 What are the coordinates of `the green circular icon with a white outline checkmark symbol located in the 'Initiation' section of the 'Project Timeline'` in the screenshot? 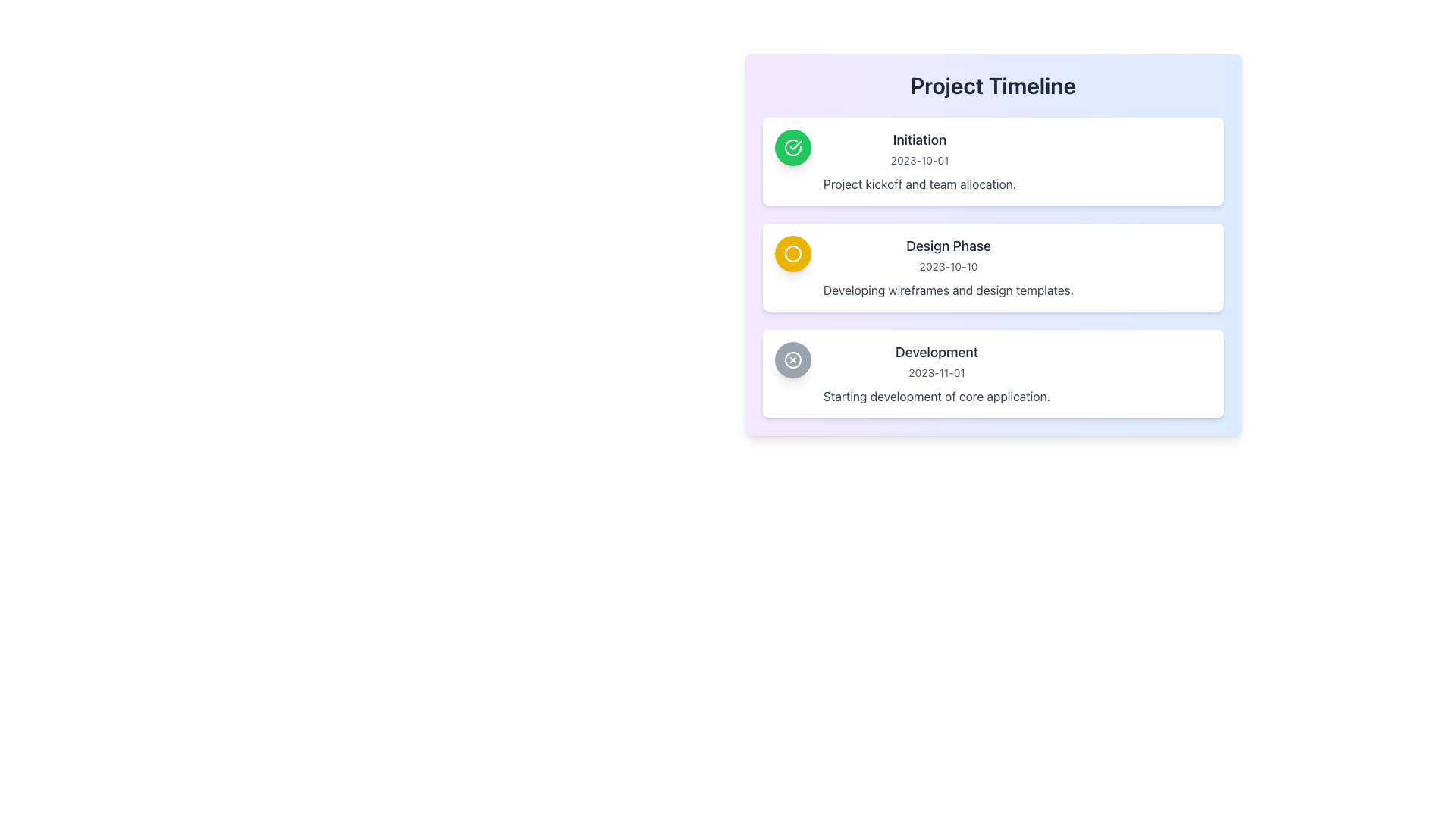 It's located at (792, 148).